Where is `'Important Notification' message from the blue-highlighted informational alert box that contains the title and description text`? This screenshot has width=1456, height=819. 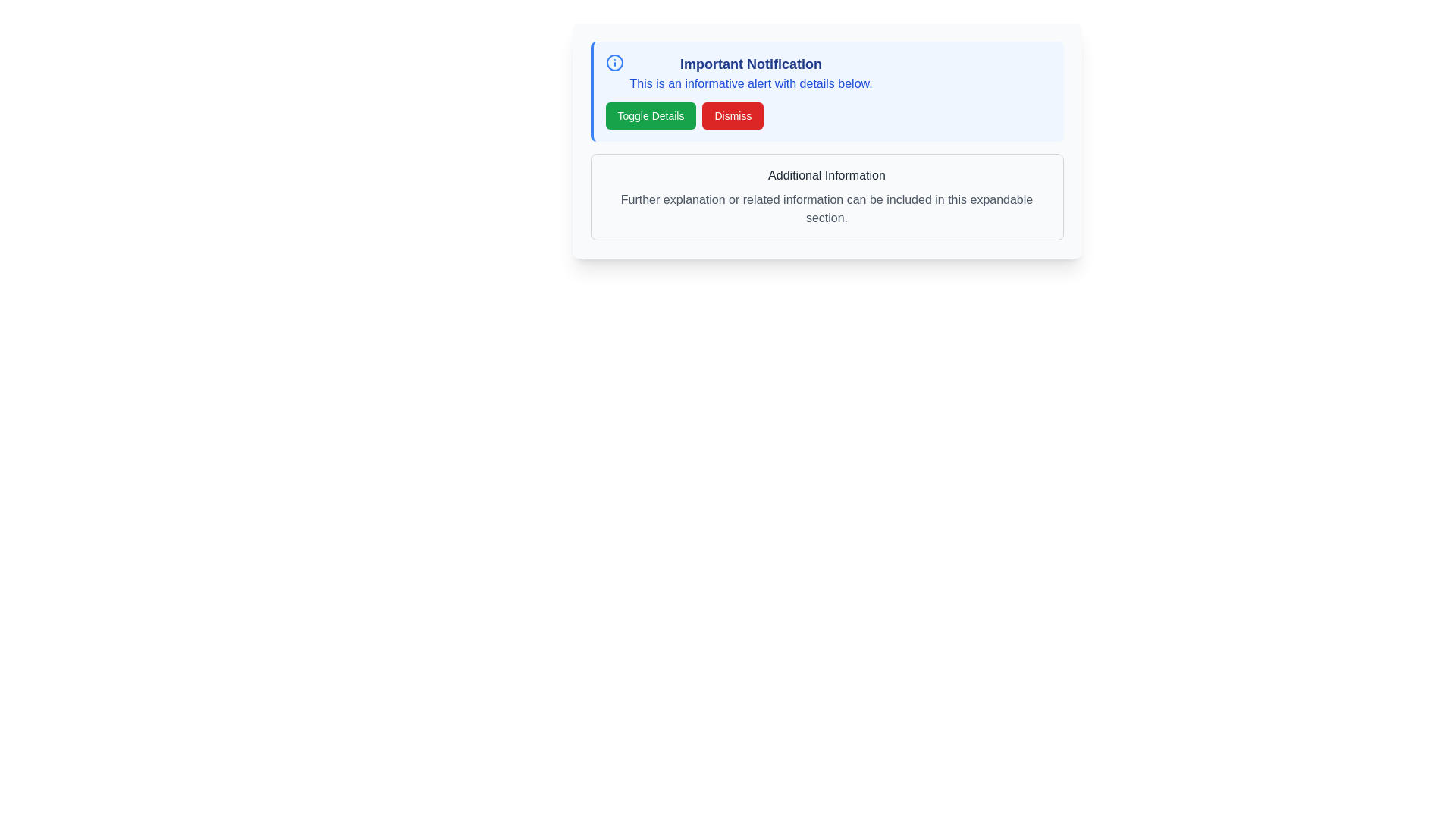
'Important Notification' message from the blue-highlighted informational alert box that contains the title and description text is located at coordinates (827, 73).